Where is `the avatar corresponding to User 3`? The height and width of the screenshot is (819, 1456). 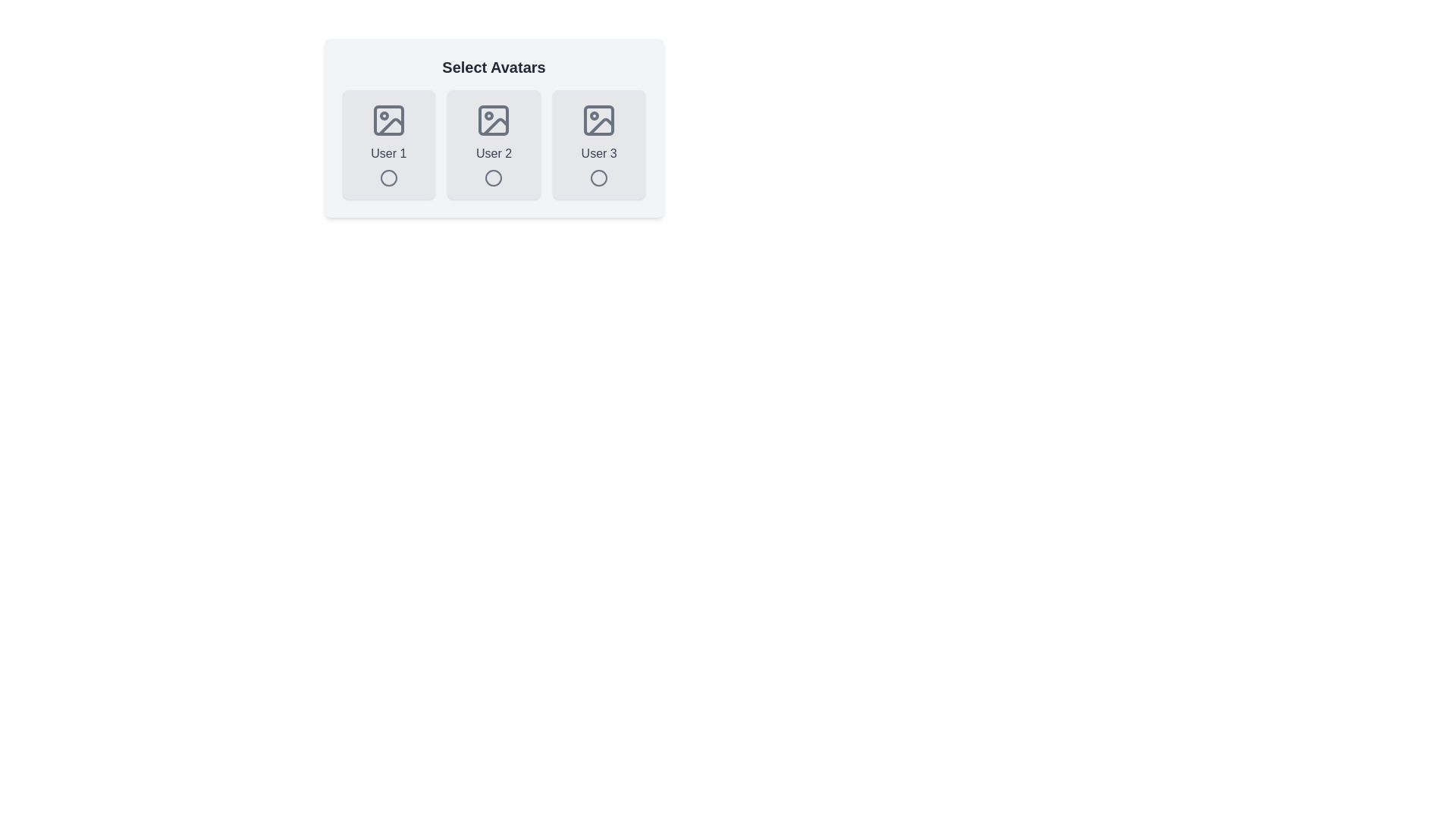
the avatar corresponding to User 3 is located at coordinates (598, 145).